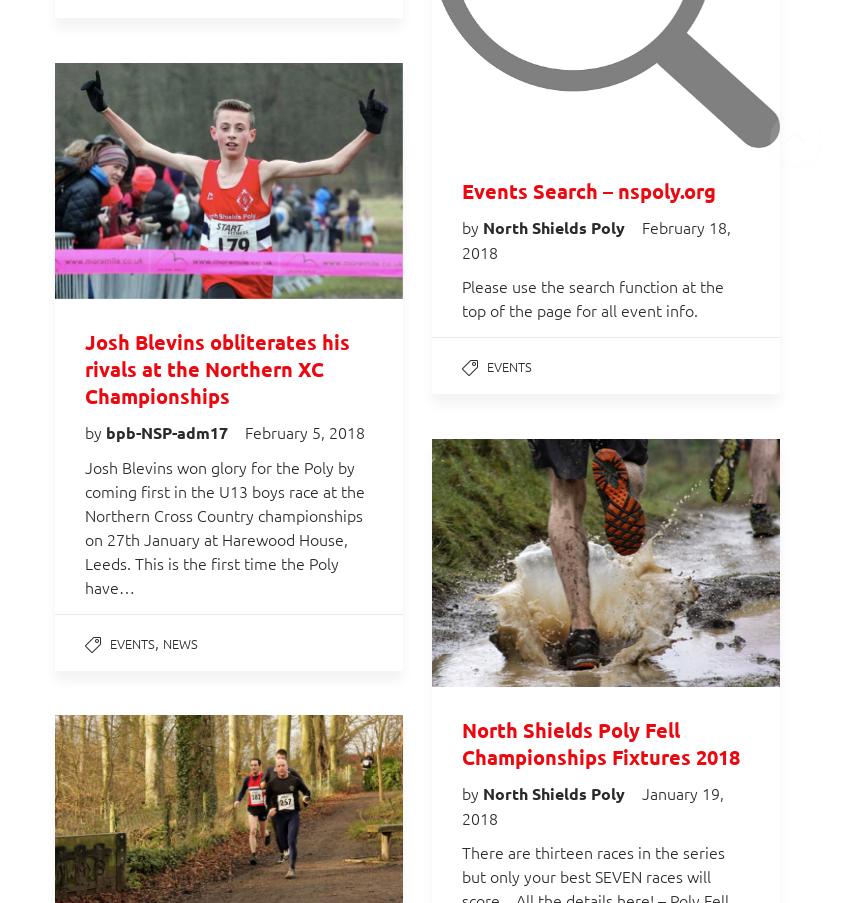  What do you see at coordinates (168, 430) in the screenshot?
I see `'bpb-NSP-adm17'` at bounding box center [168, 430].